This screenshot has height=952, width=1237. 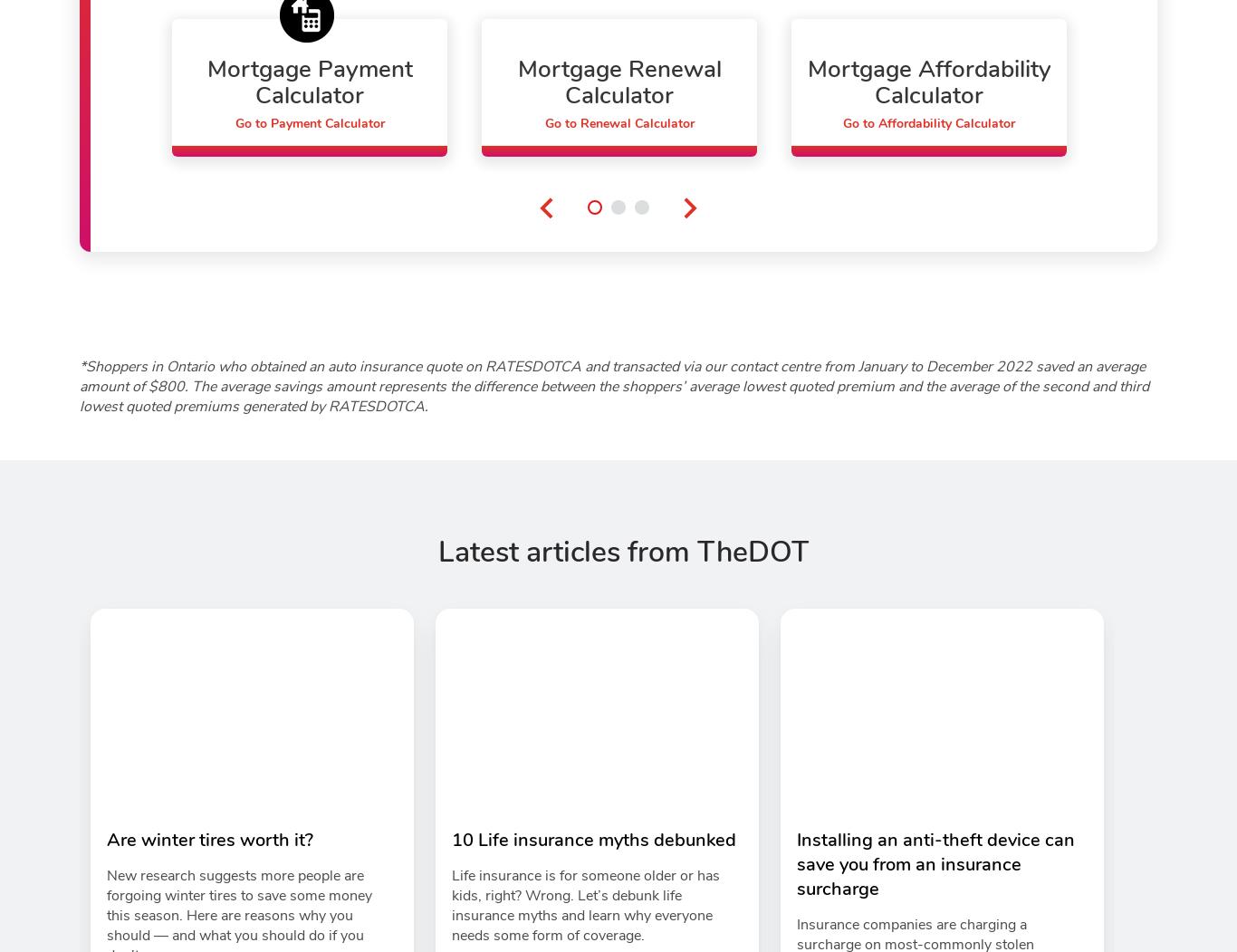 What do you see at coordinates (592, 839) in the screenshot?
I see `'10 Life insurance myths debunked'` at bounding box center [592, 839].